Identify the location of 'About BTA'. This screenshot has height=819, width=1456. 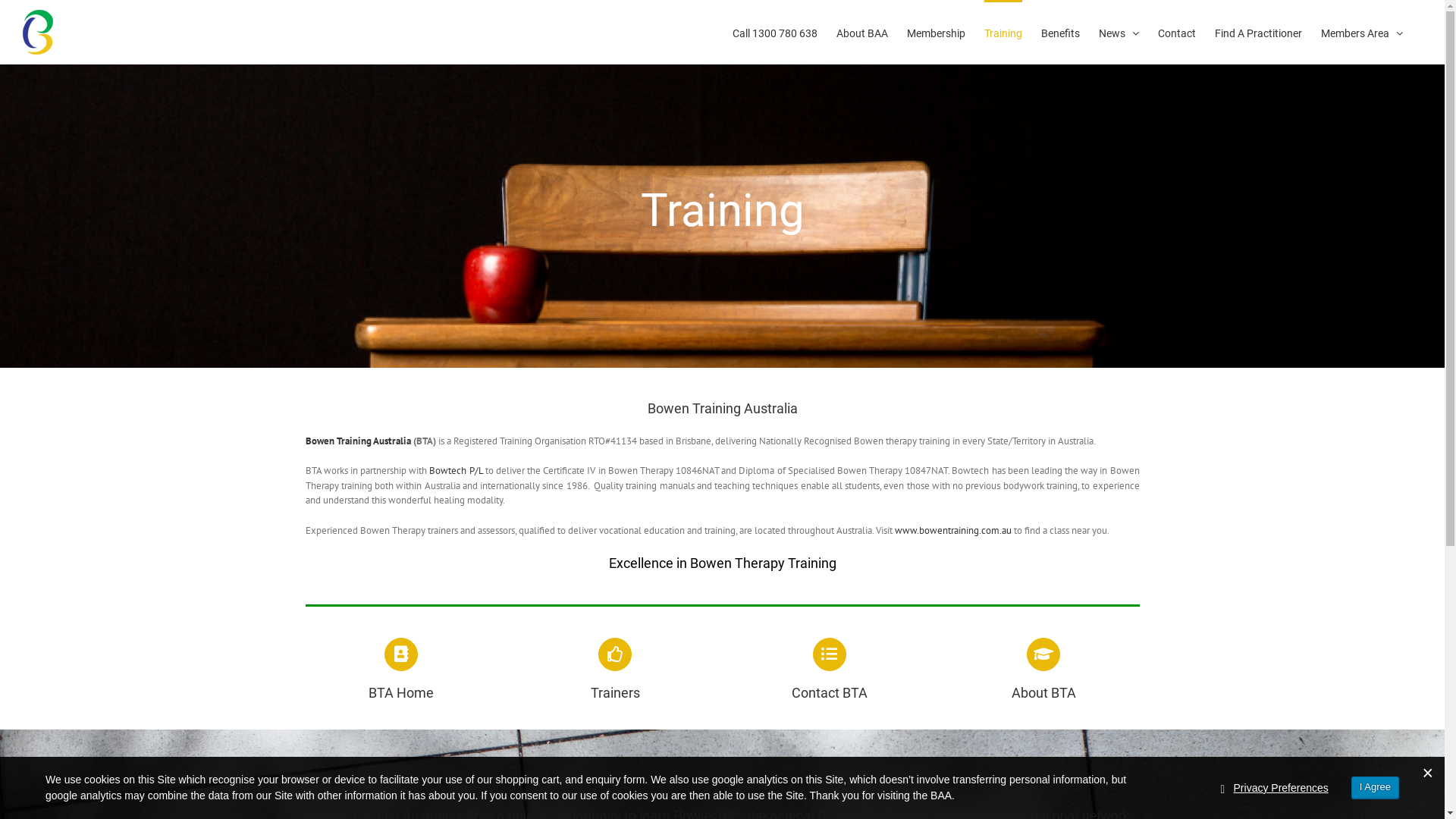
(1043, 669).